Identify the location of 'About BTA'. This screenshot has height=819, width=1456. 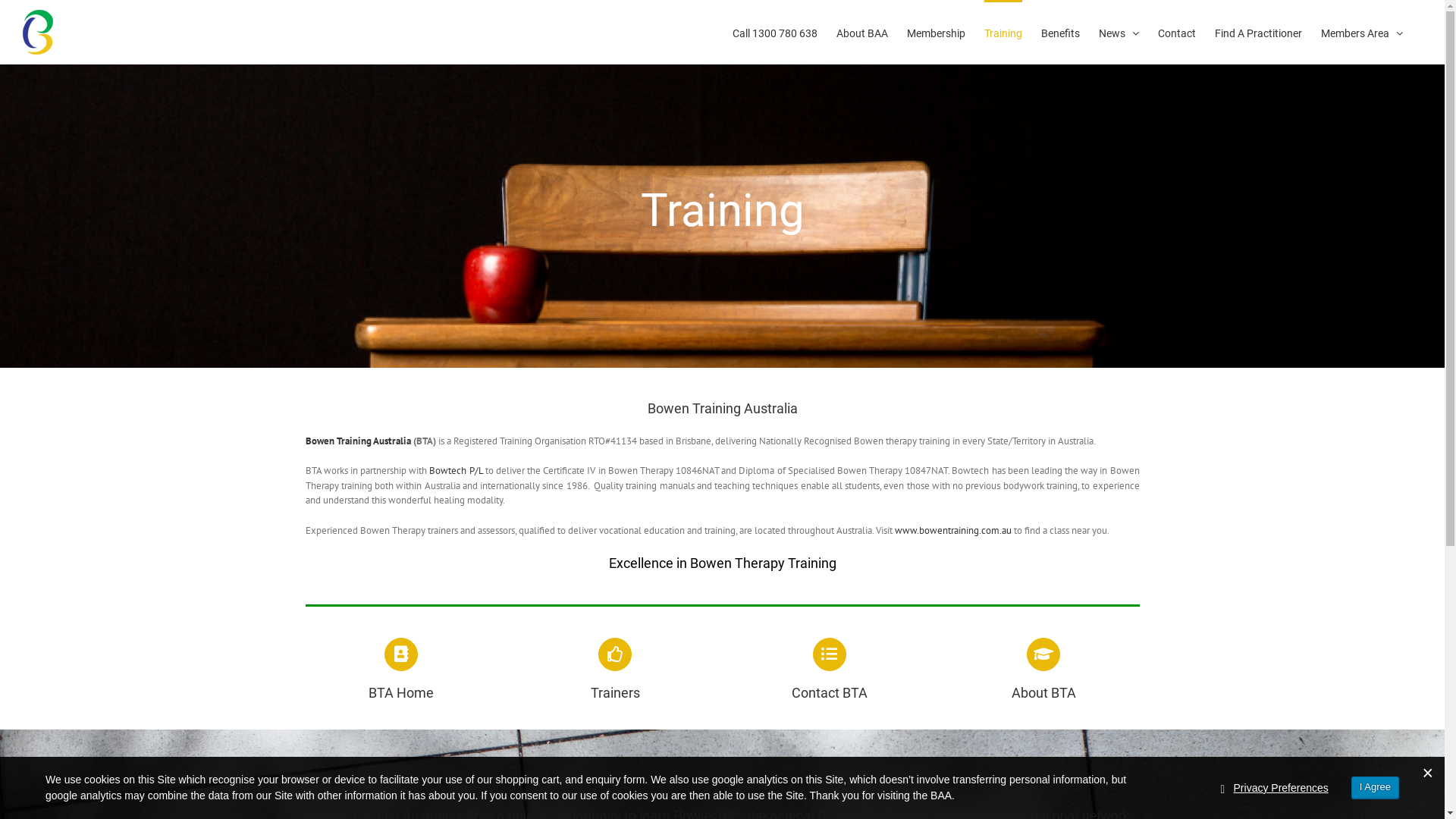
(1043, 669).